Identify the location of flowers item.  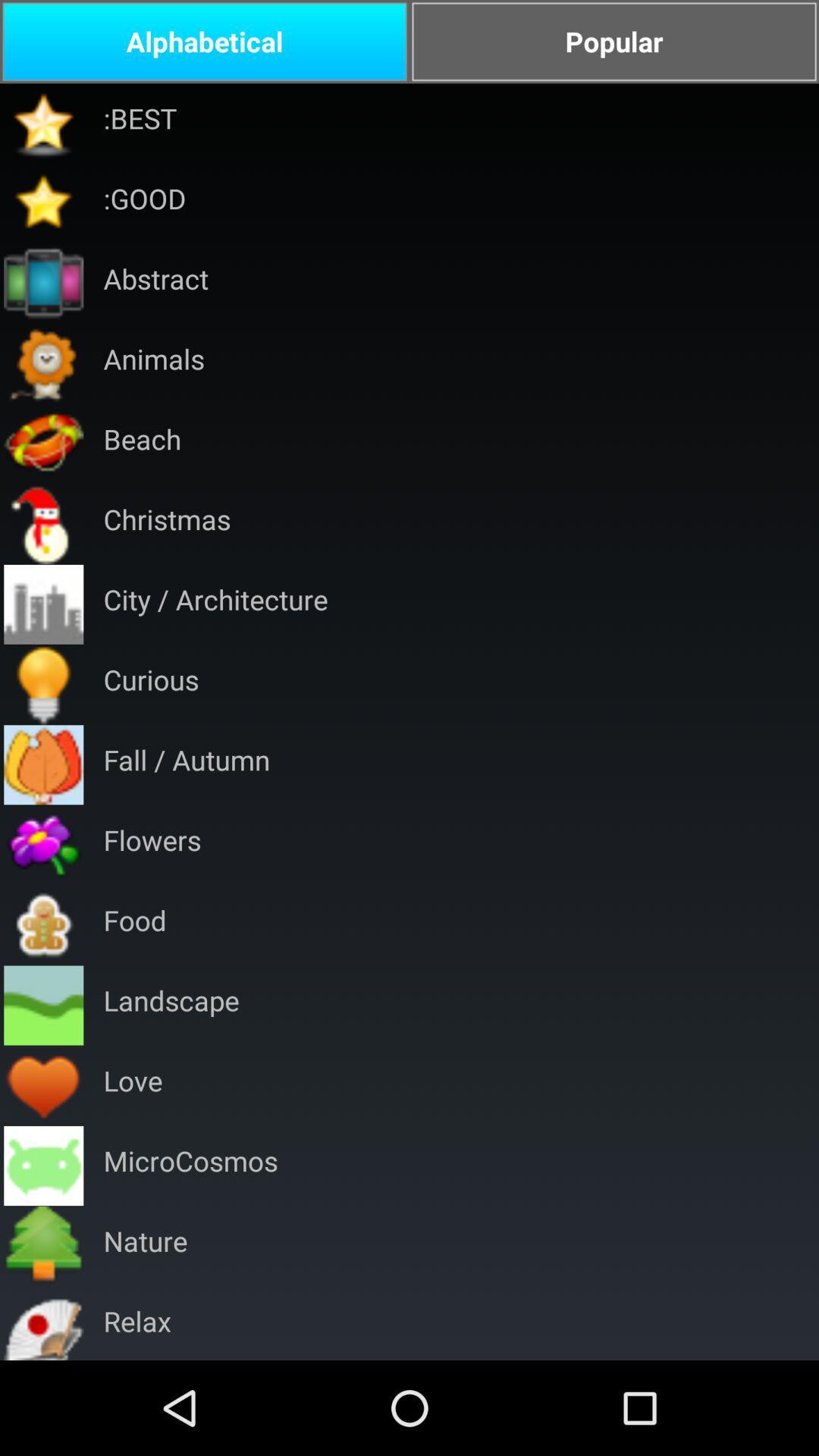
(152, 844).